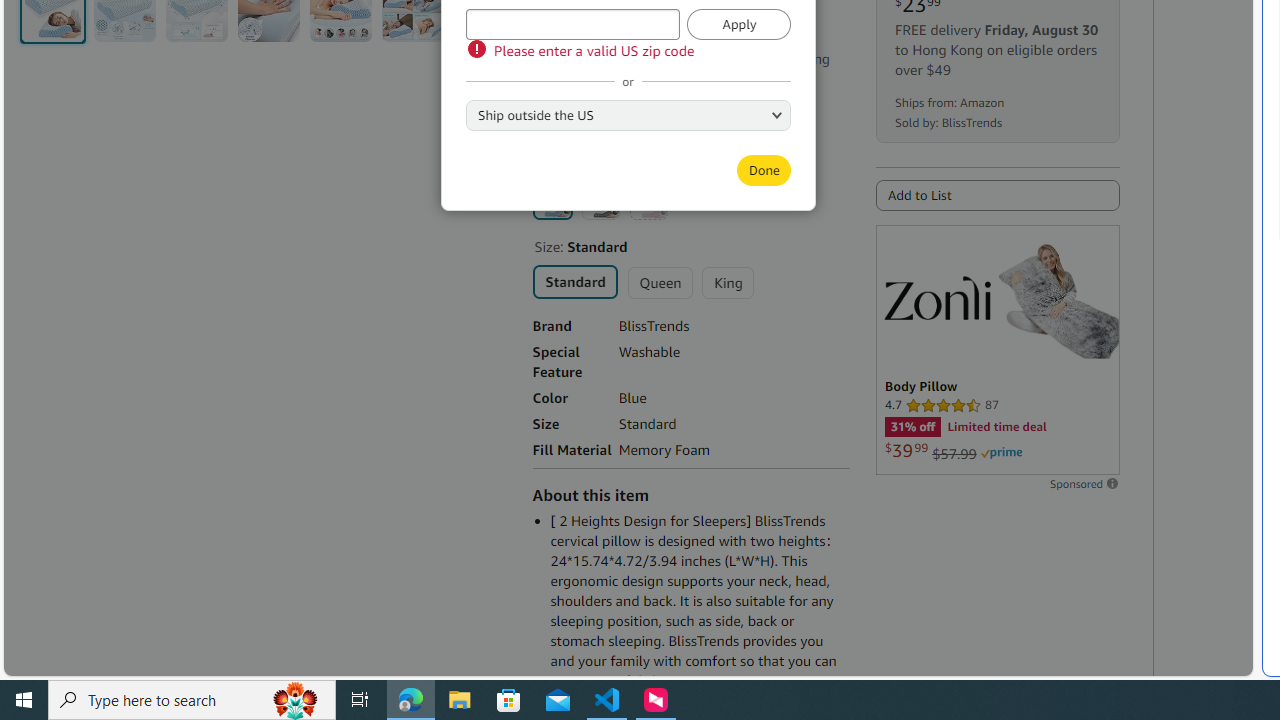 The image size is (1280, 720). I want to click on 'Done', so click(762, 170).